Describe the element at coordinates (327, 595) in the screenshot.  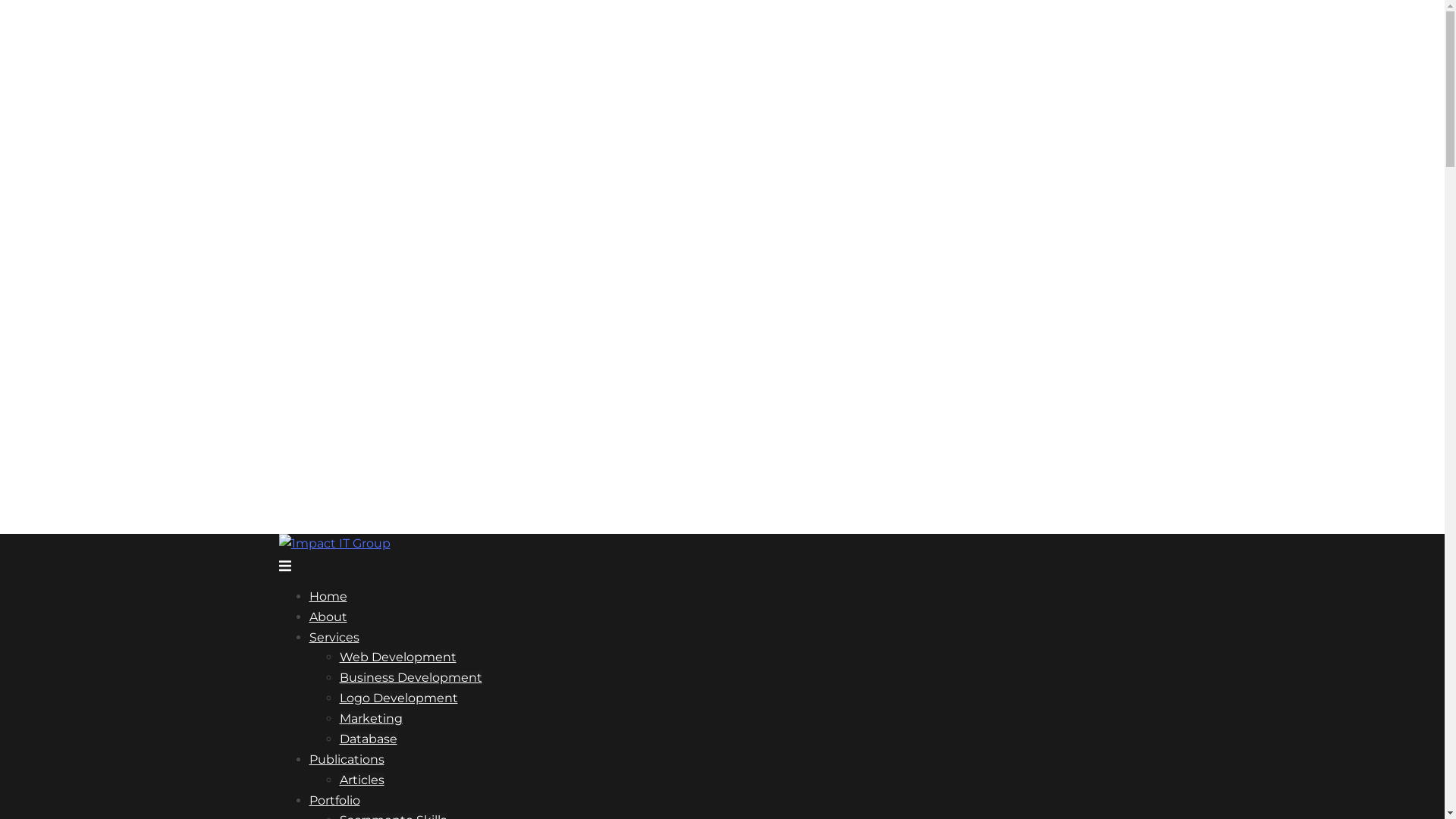
I see `'Home'` at that location.